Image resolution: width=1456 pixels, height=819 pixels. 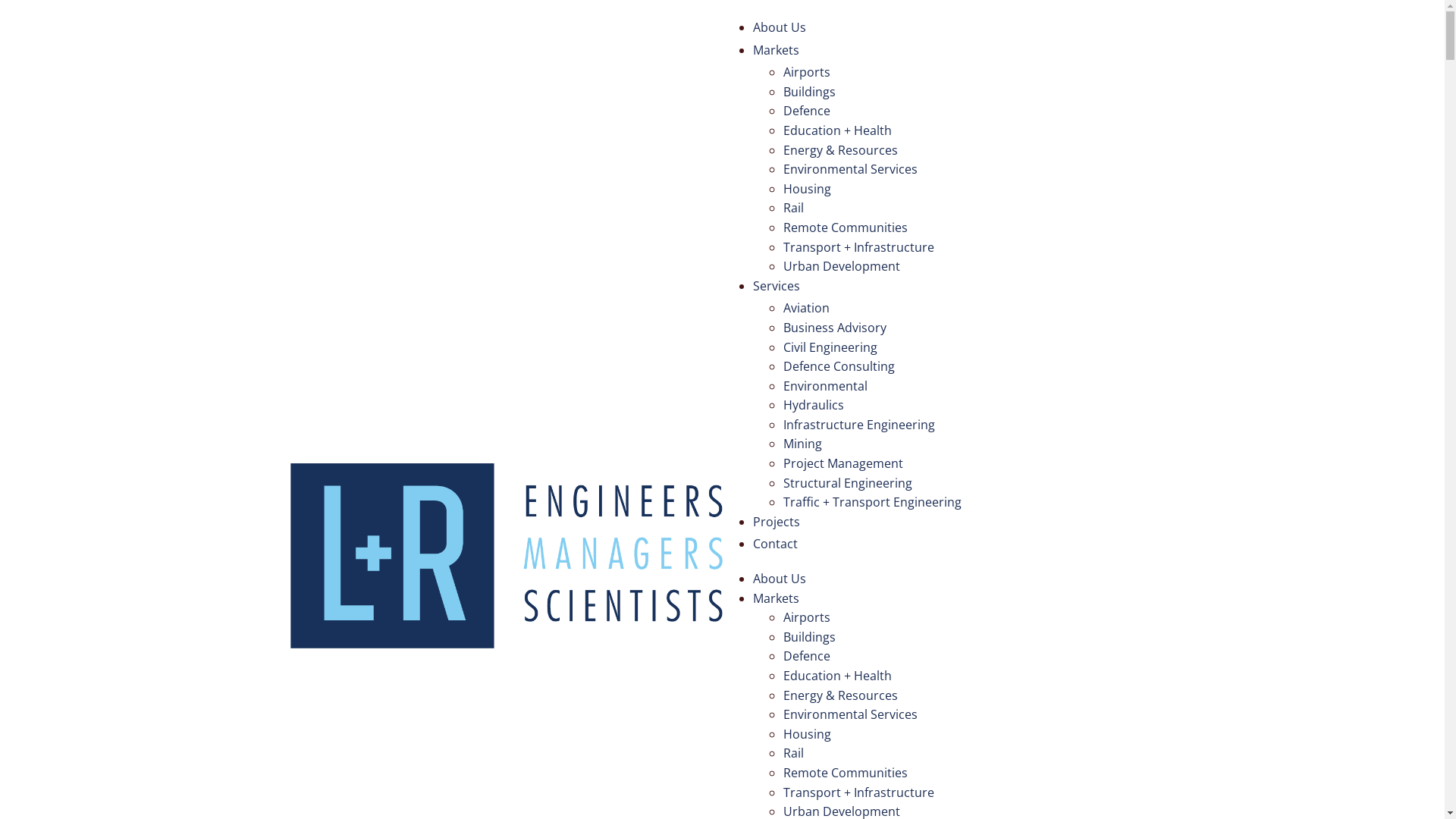 What do you see at coordinates (783, 307) in the screenshot?
I see `'Aviation'` at bounding box center [783, 307].